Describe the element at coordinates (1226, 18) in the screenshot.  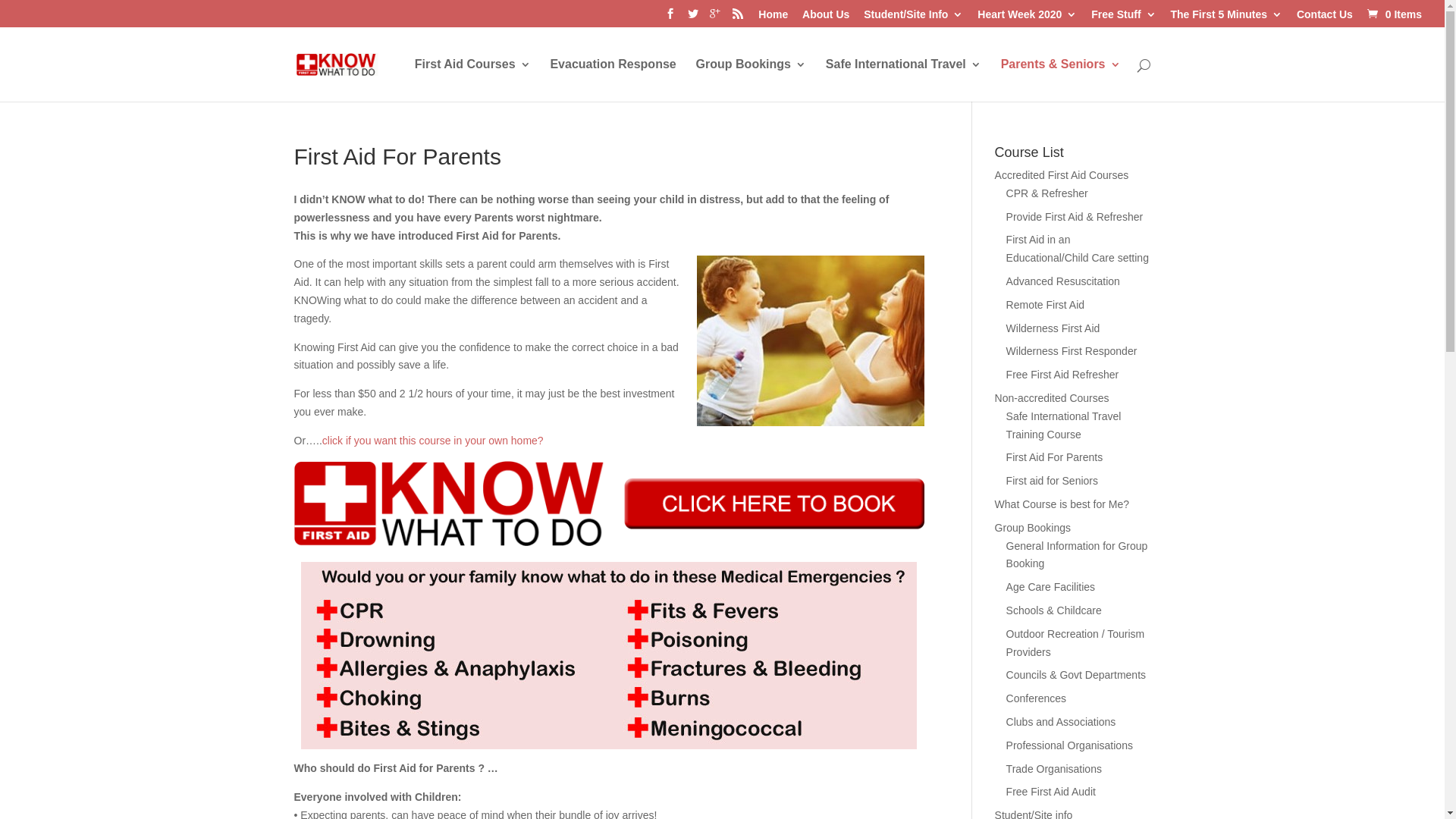
I see `'The First 5 Minutes'` at that location.